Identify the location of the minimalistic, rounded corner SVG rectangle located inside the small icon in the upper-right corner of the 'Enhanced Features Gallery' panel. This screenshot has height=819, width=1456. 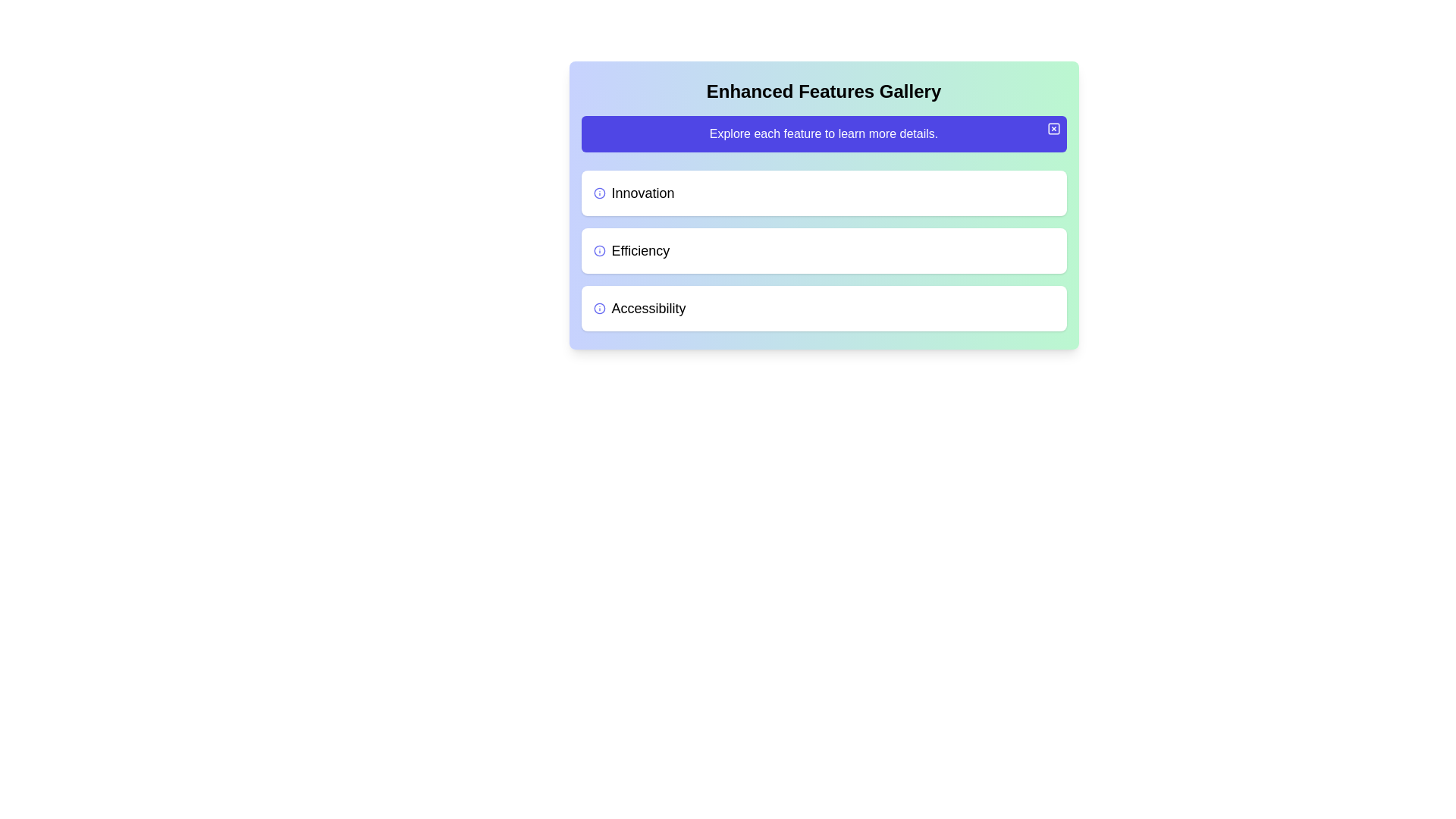
(1053, 127).